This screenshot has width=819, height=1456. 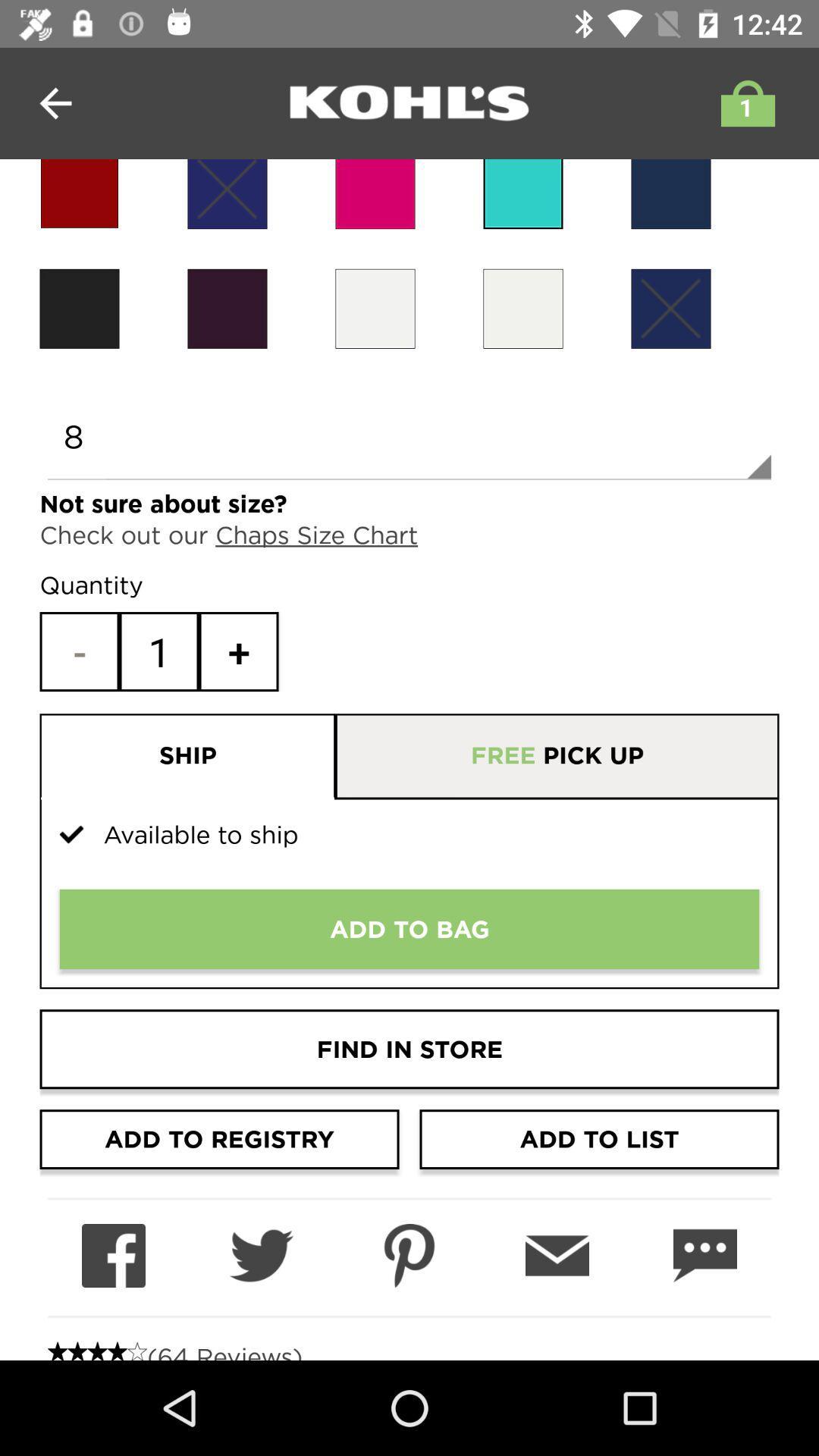 What do you see at coordinates (113, 1256) in the screenshot?
I see `share on facebook` at bounding box center [113, 1256].